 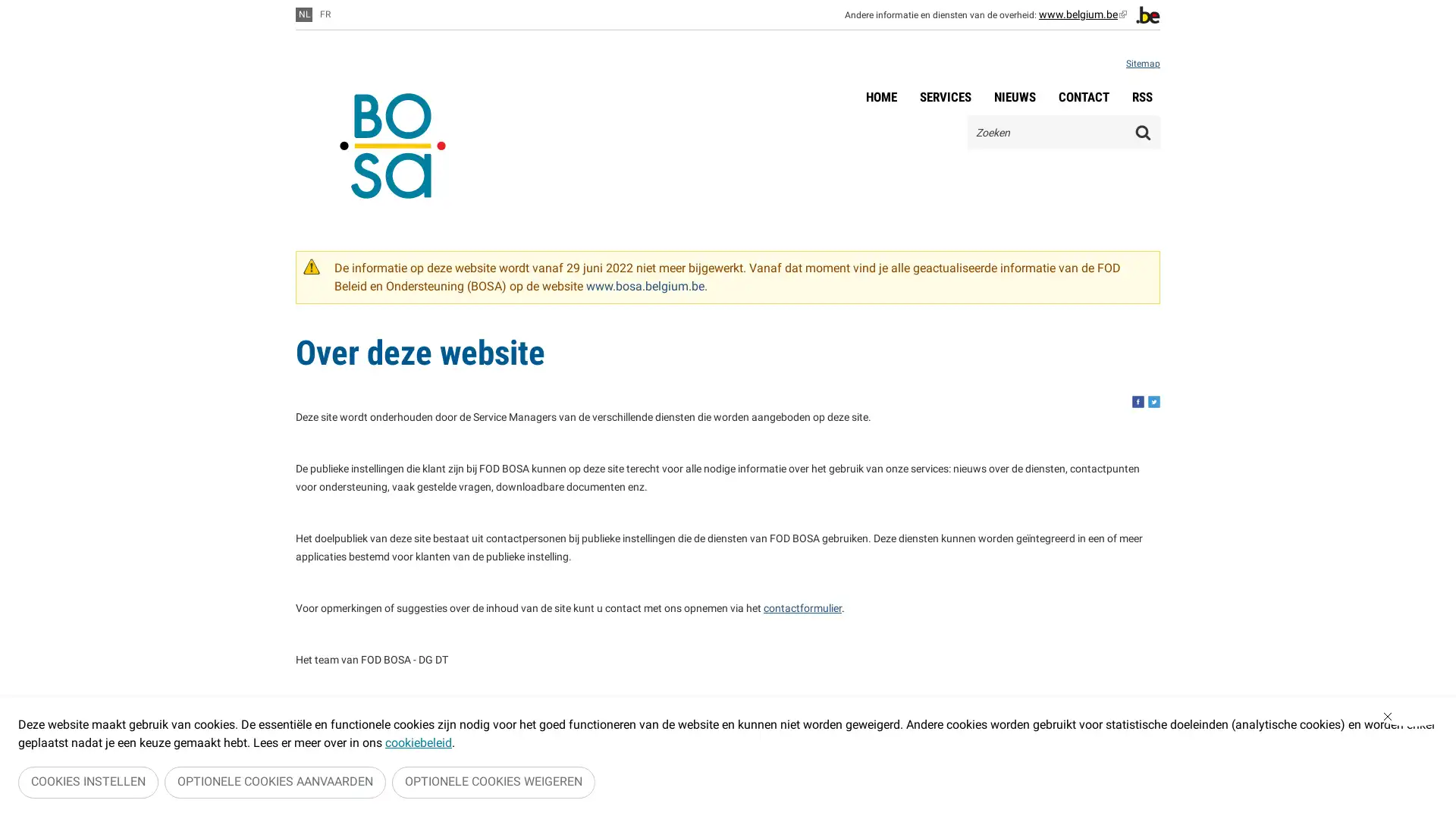 What do you see at coordinates (494, 784) in the screenshot?
I see `OPTIONELE COOKIES WEIGEREN` at bounding box center [494, 784].